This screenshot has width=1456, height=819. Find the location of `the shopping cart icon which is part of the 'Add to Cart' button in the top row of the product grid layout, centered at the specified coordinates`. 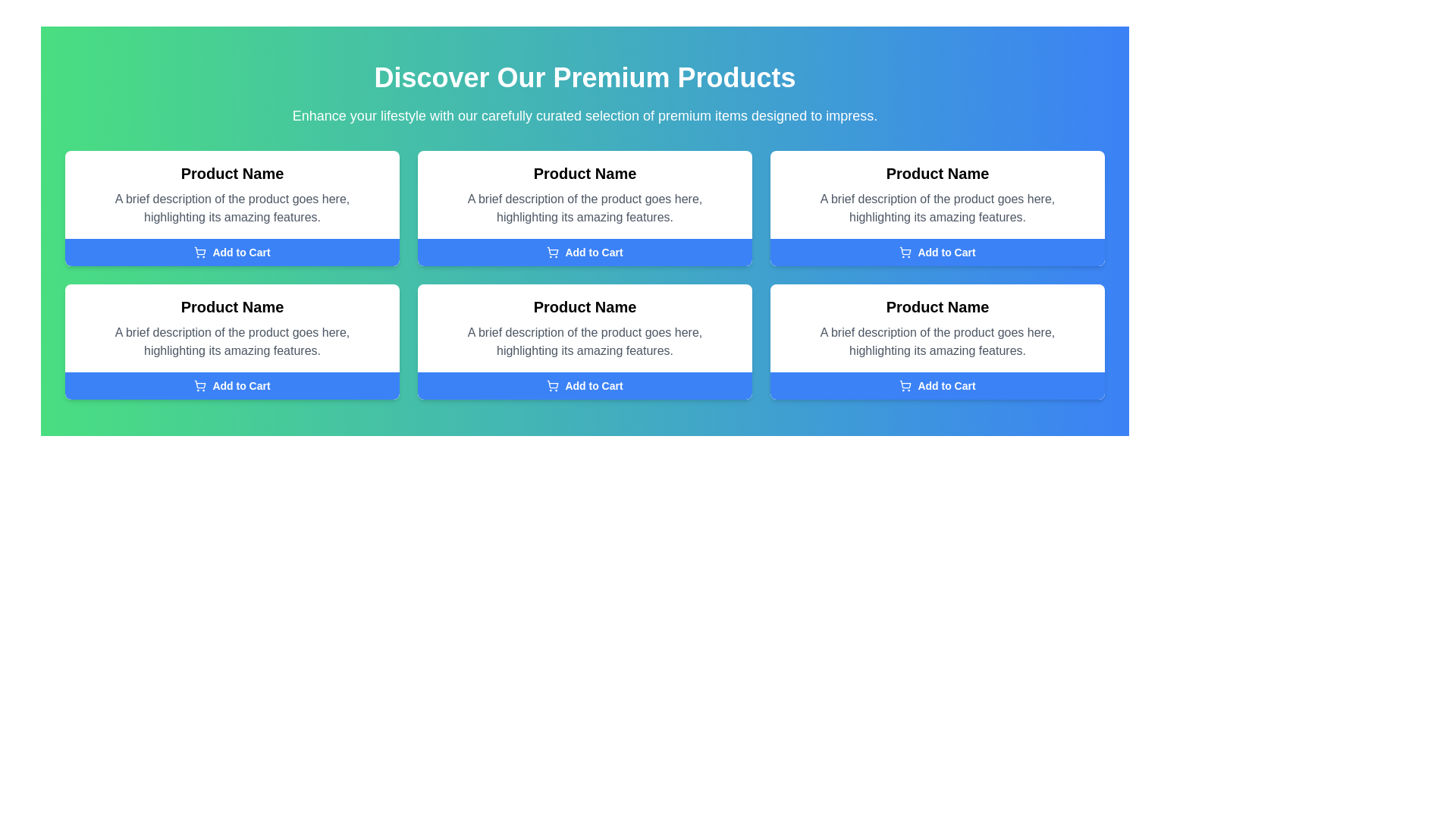

the shopping cart icon which is part of the 'Add to Cart' button in the top row of the product grid layout, centered at the specified coordinates is located at coordinates (552, 250).